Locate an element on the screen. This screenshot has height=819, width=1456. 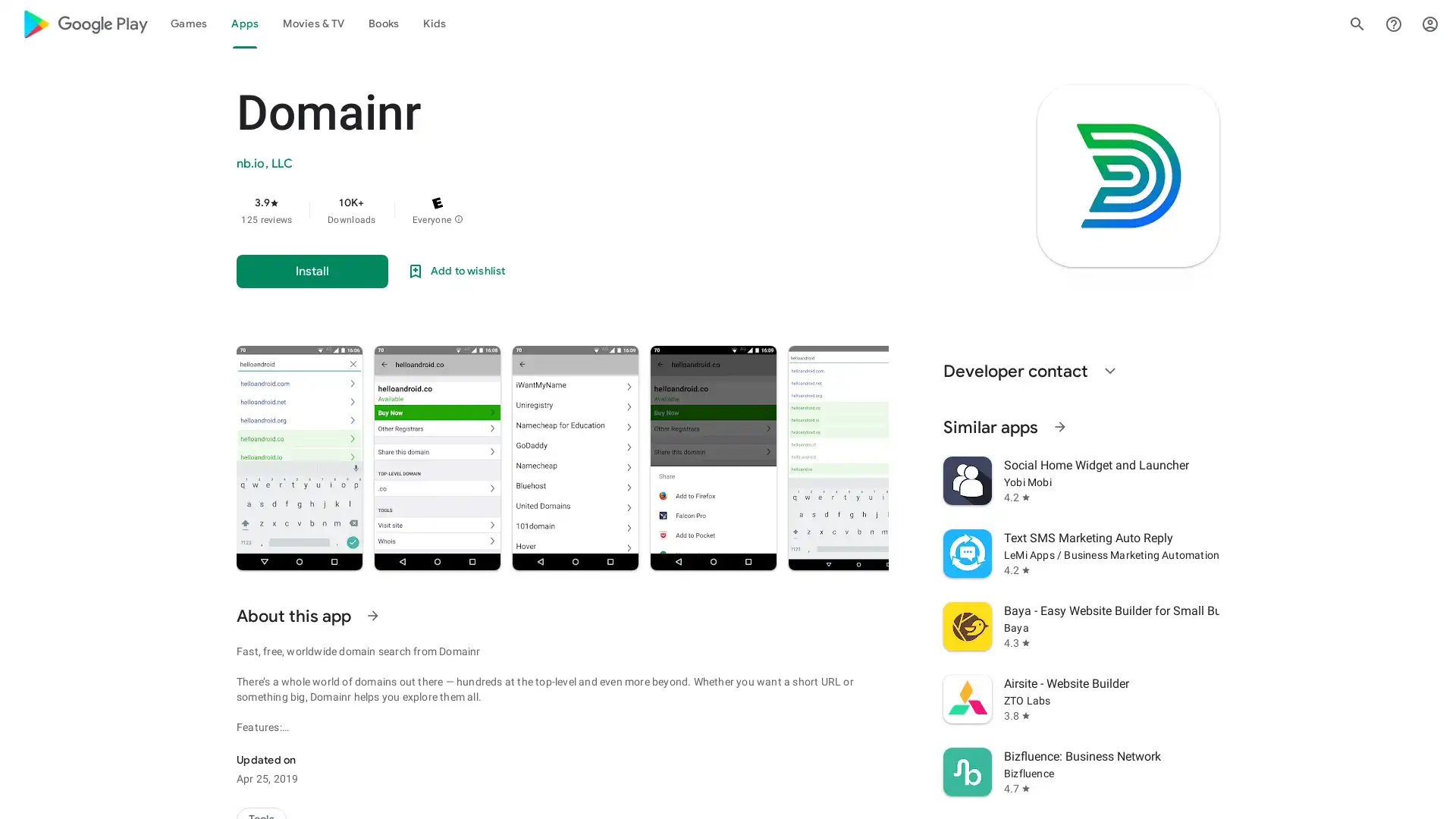
Expand is located at coordinates (1110, 371).